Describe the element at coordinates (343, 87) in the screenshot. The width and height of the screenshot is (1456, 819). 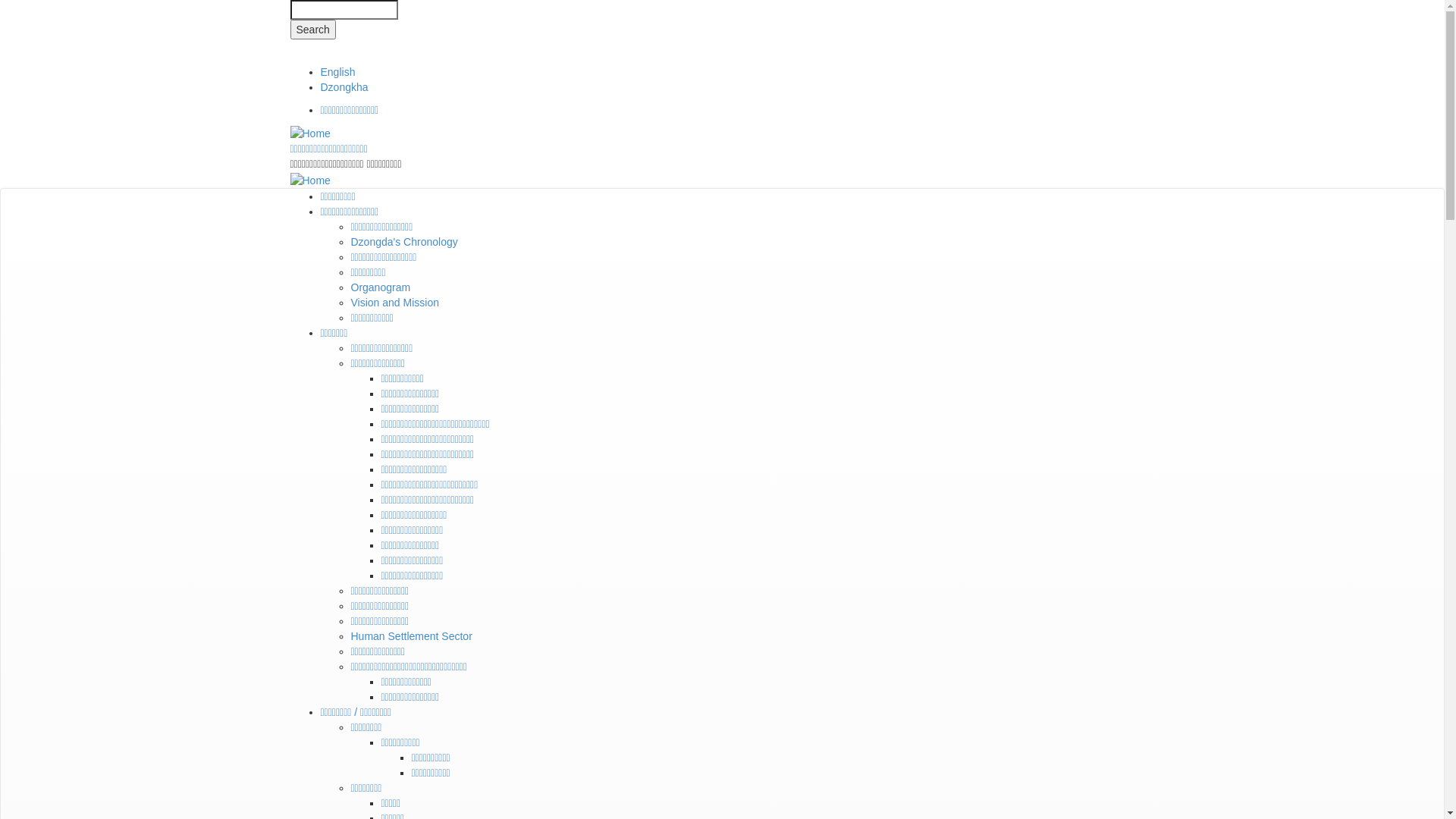
I see `'Dzongkha'` at that location.